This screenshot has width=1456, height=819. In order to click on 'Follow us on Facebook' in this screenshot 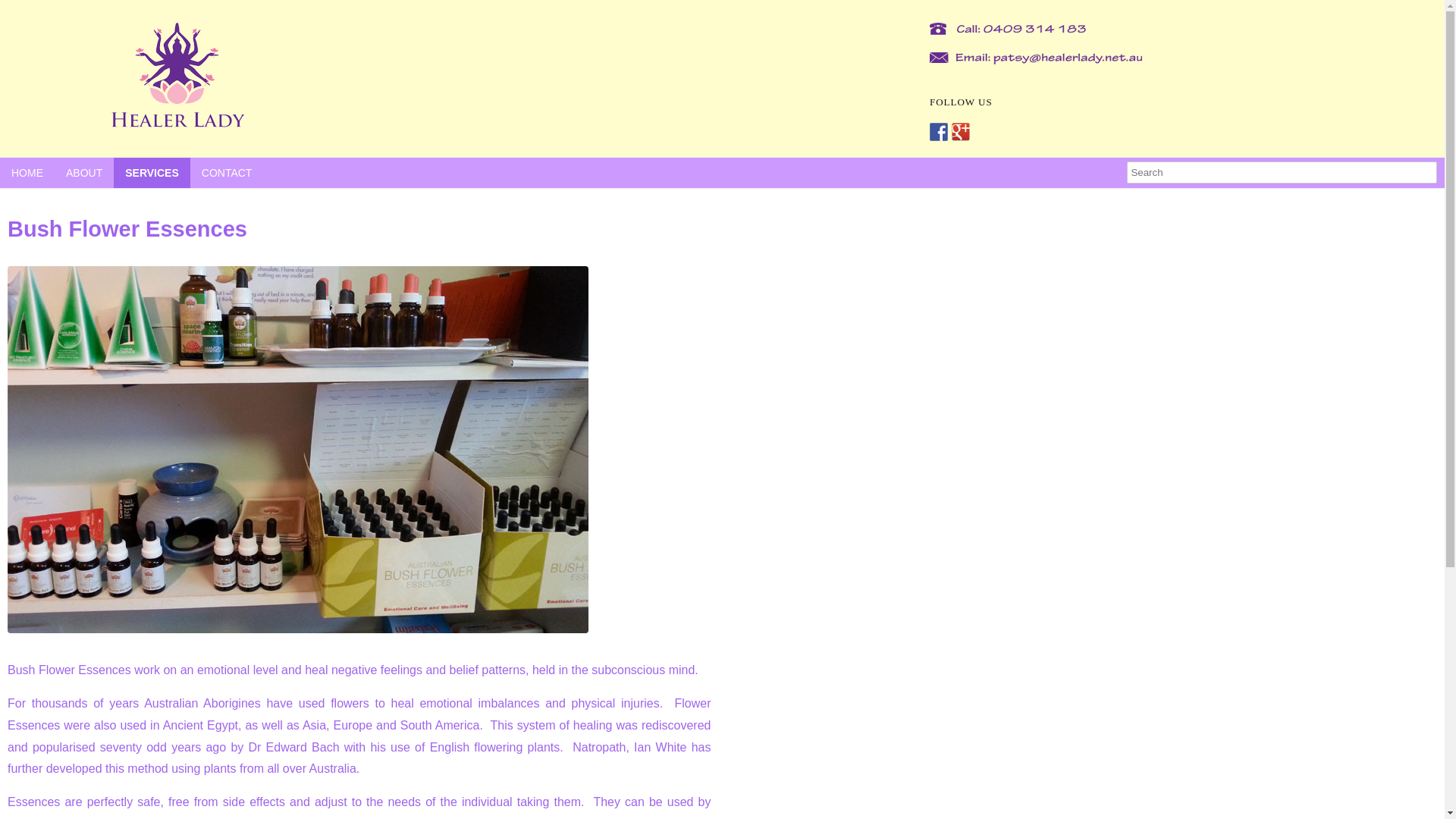, I will do `click(938, 130)`.